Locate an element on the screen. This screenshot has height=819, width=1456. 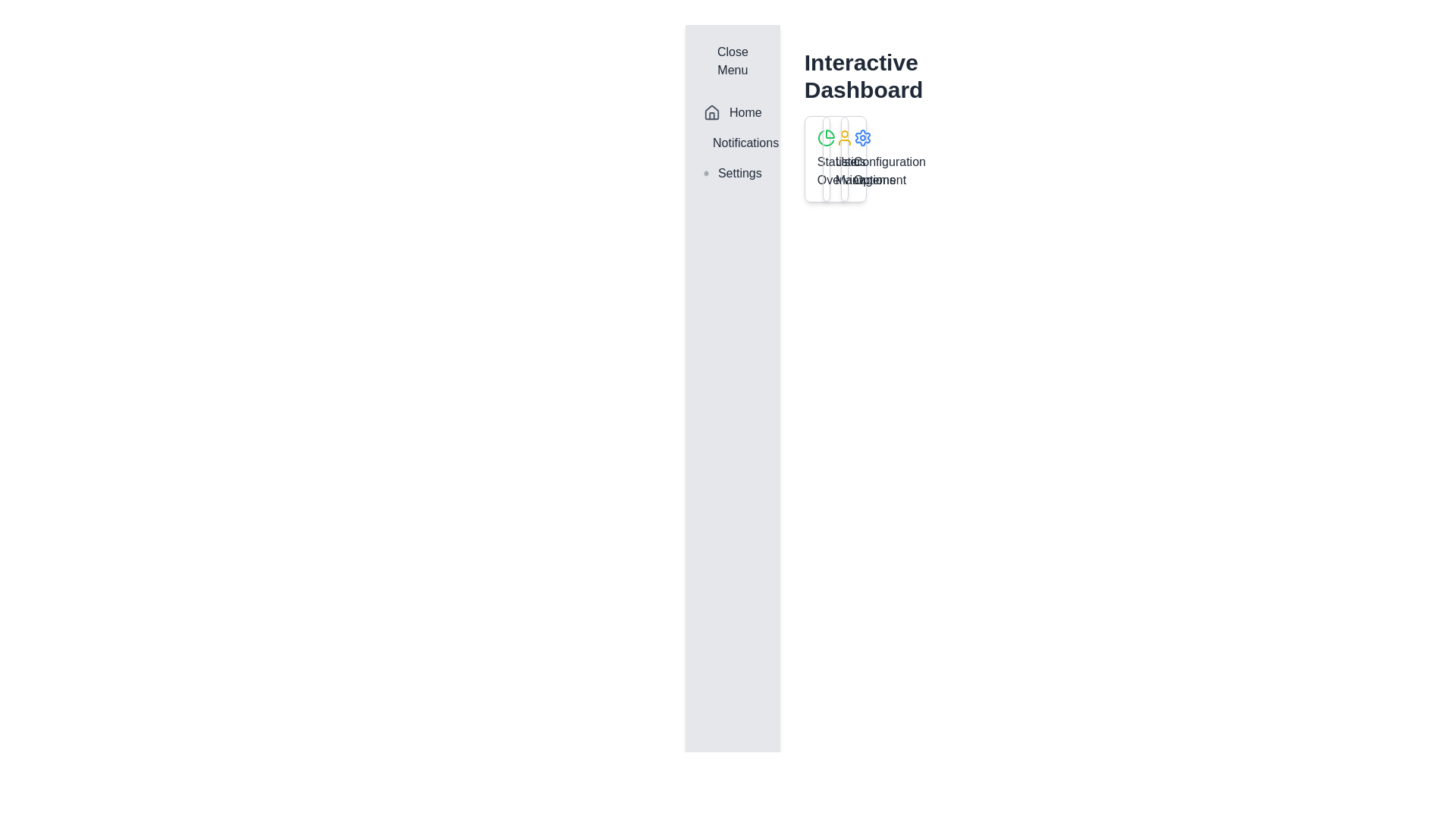
the settings icon, which is a small gray gear-like icon located in the navigation menu on the left side of the interface is located at coordinates (705, 172).